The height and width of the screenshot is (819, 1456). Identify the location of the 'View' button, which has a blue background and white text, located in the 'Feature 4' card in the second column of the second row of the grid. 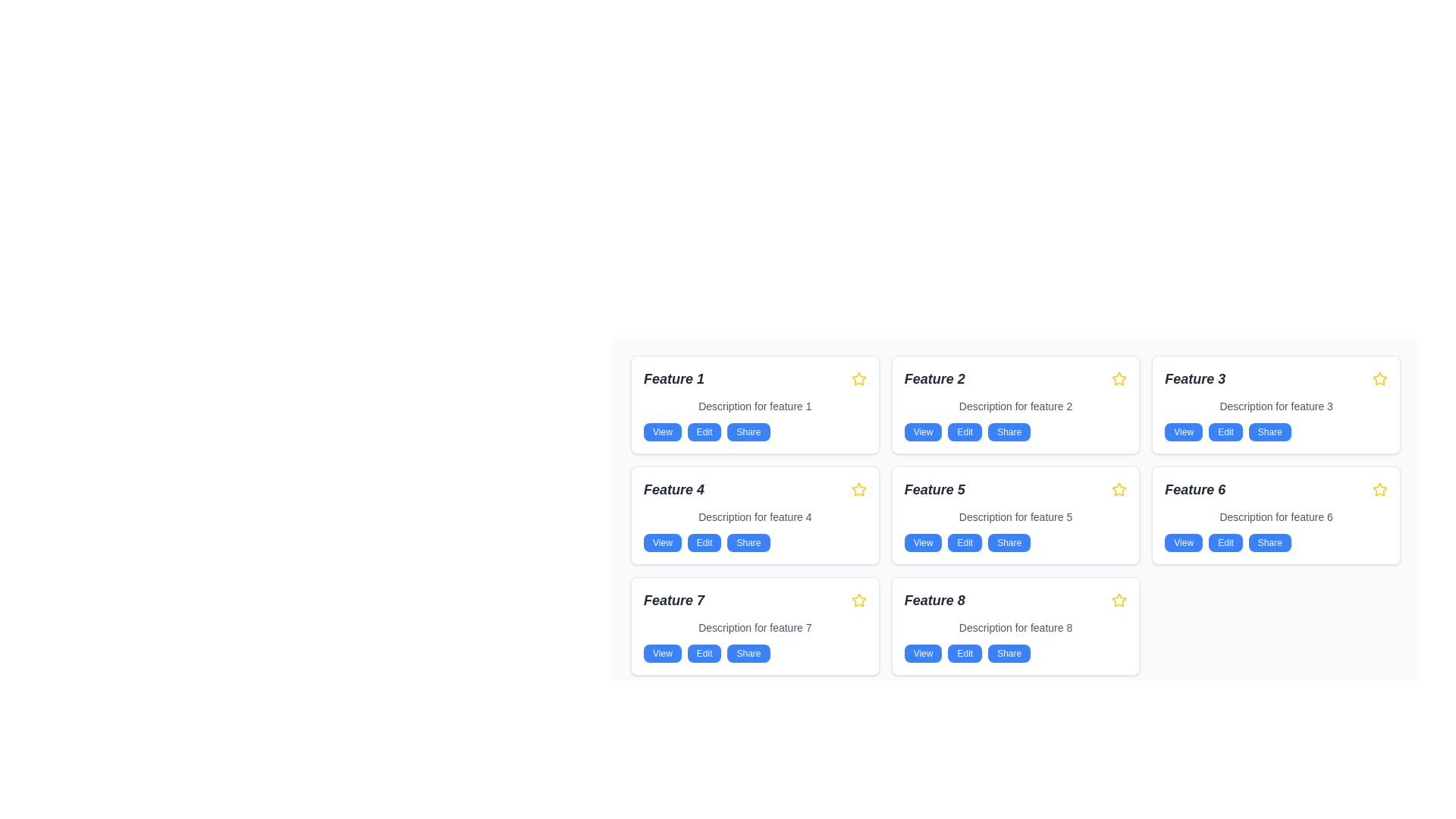
(662, 542).